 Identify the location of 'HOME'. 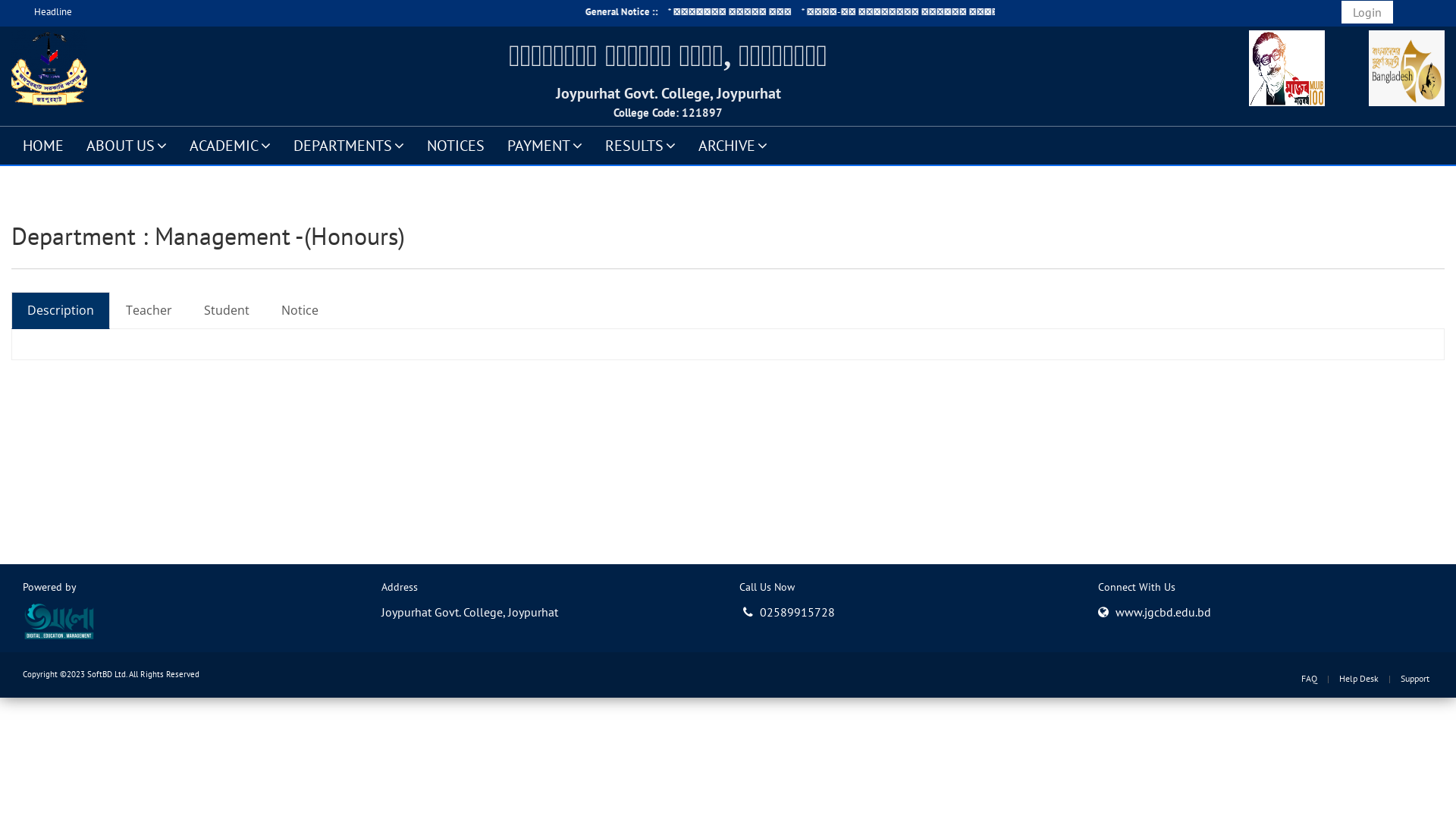
(43, 145).